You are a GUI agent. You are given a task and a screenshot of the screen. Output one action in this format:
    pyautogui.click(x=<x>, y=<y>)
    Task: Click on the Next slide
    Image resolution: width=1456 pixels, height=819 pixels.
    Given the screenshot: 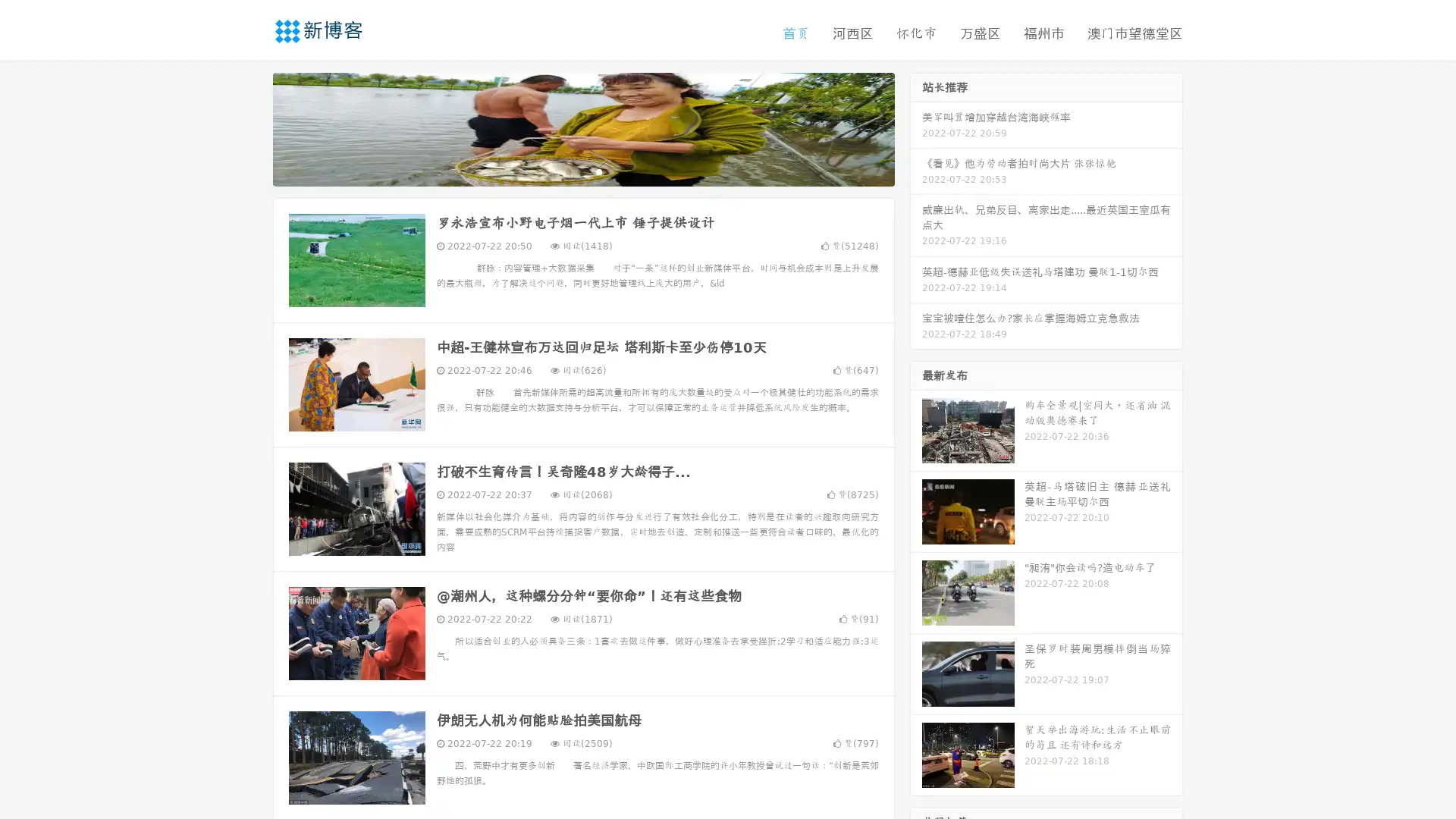 What is the action you would take?
    pyautogui.click(x=916, y=127)
    